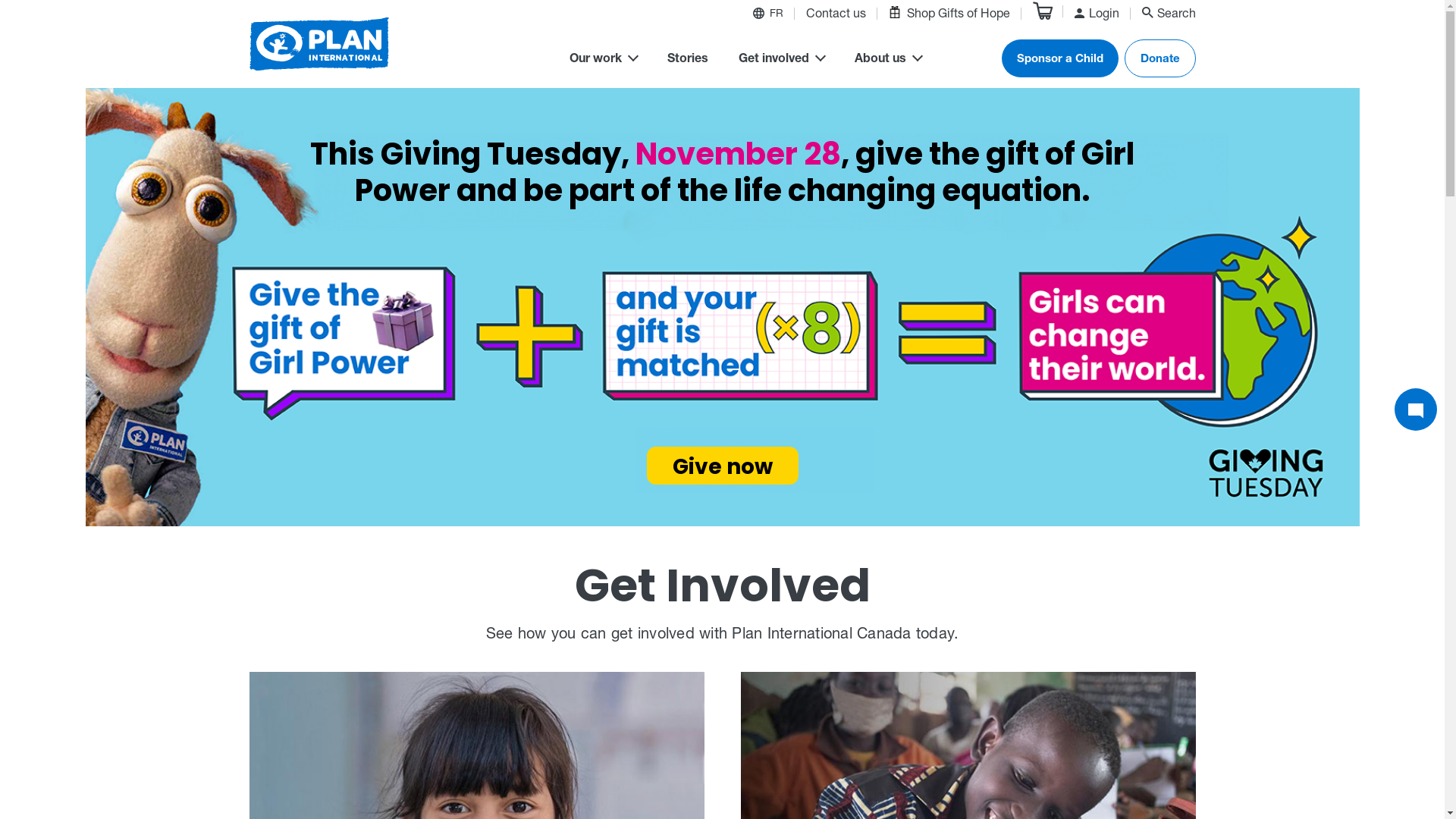  Describe the element at coordinates (720, 464) in the screenshot. I see `'Give now'` at that location.